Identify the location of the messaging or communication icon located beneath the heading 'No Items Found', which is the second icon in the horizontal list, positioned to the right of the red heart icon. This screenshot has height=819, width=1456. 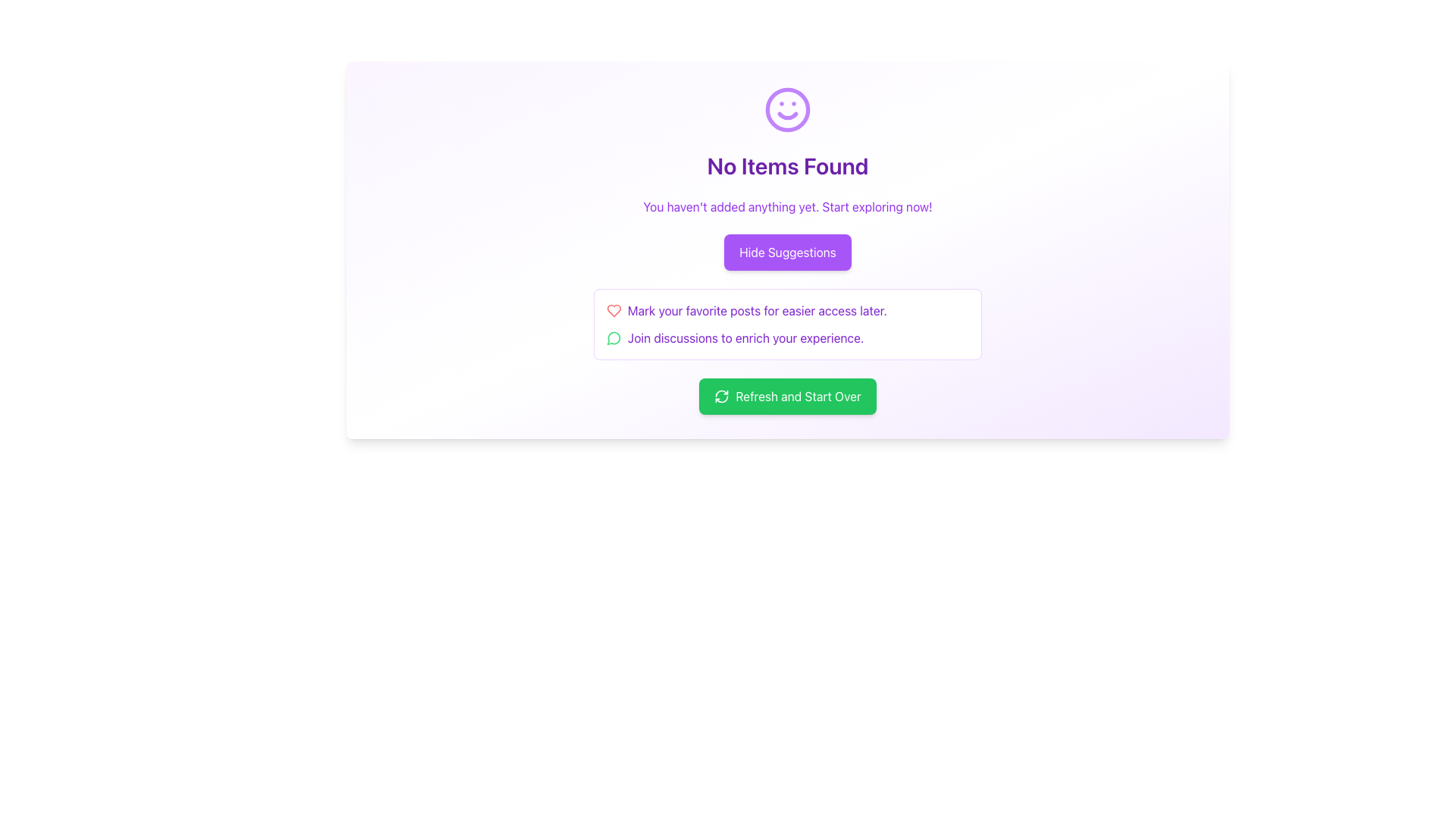
(613, 337).